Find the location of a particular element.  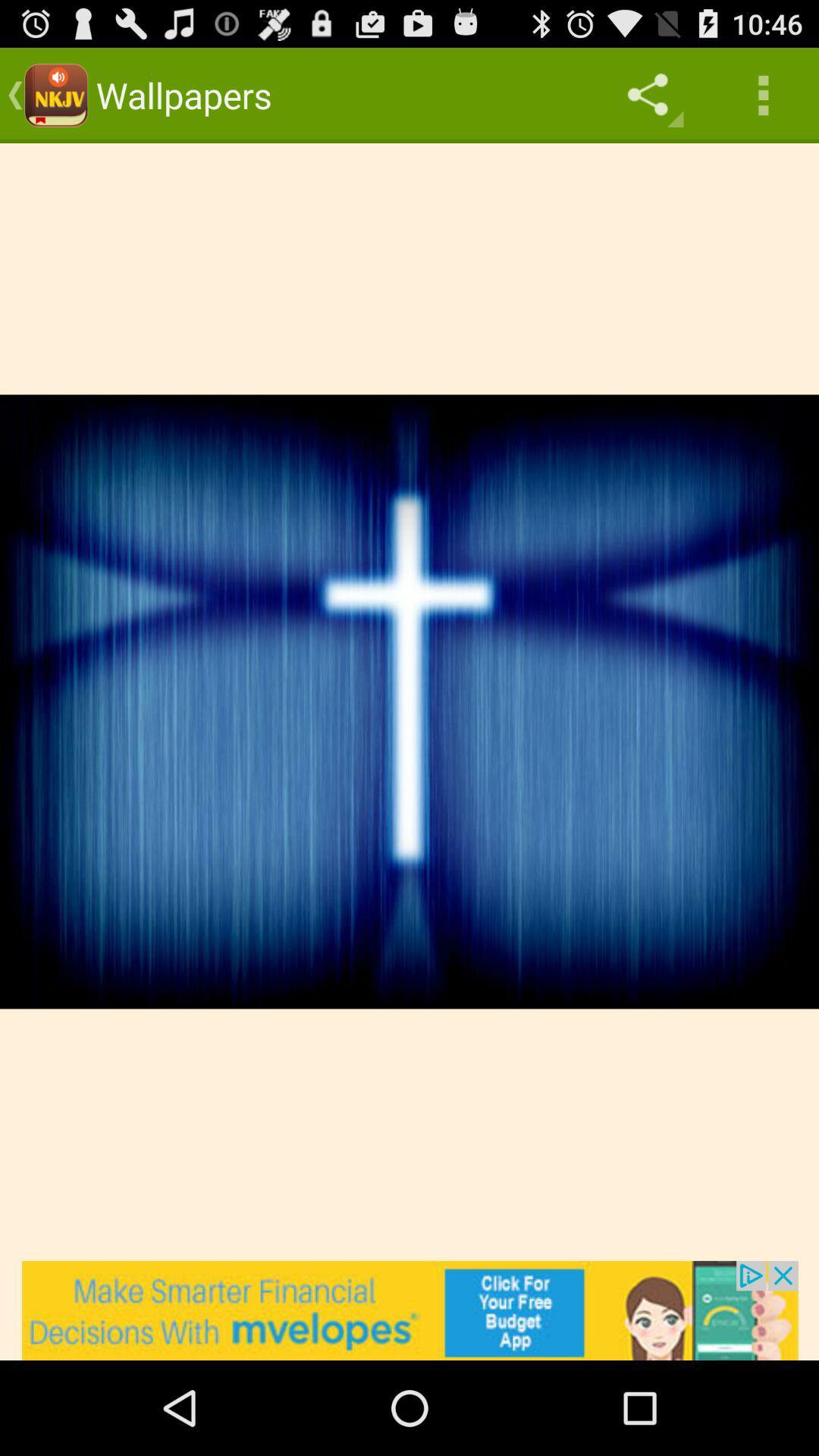

open advertisement is located at coordinates (409, 1310).